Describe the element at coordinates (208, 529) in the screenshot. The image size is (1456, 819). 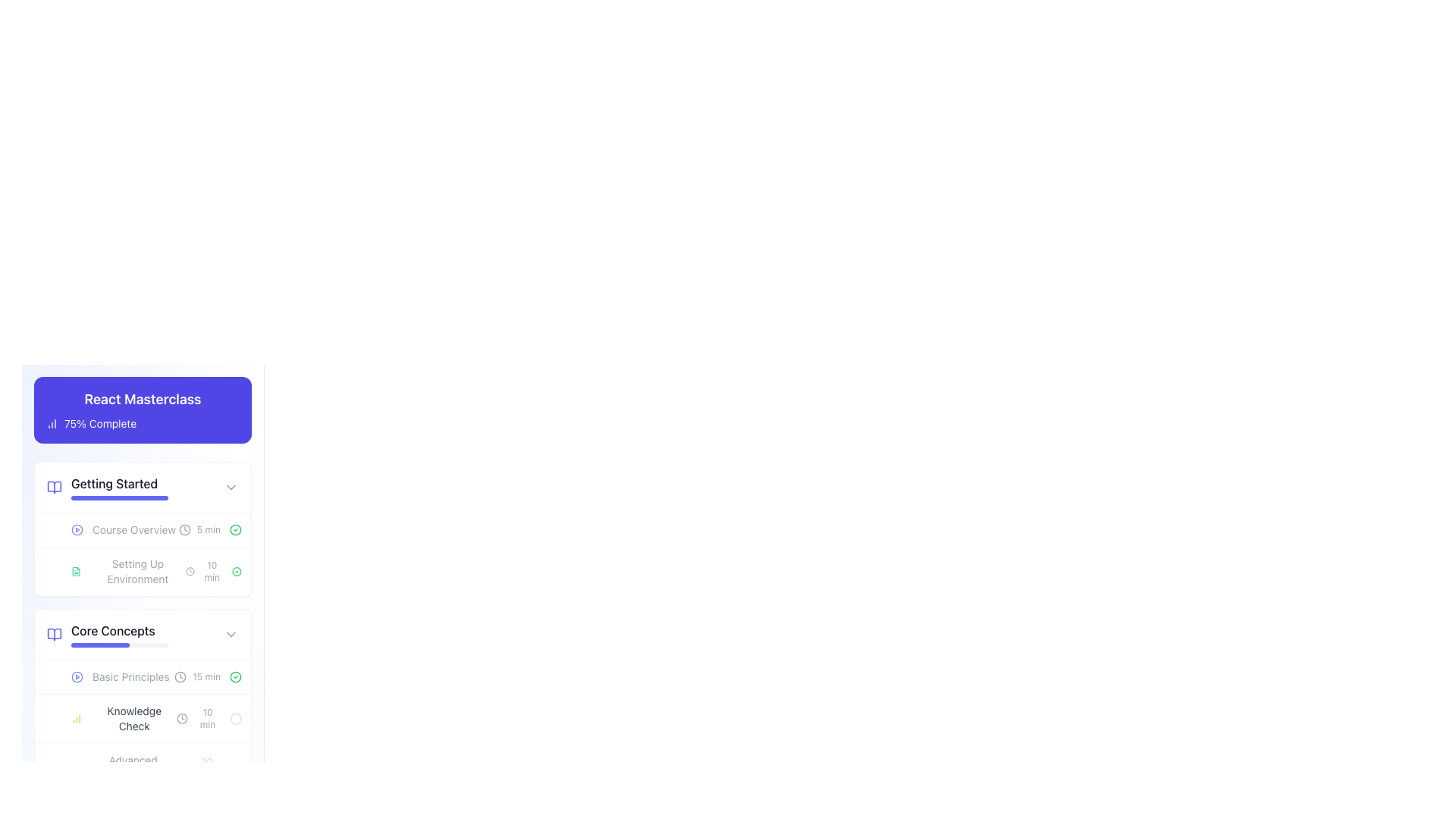
I see `the text label displaying the estimated time for completion located immediately to the right of the clock icon under the 'Course Overview' section in the 'Getting Started' group` at that location.